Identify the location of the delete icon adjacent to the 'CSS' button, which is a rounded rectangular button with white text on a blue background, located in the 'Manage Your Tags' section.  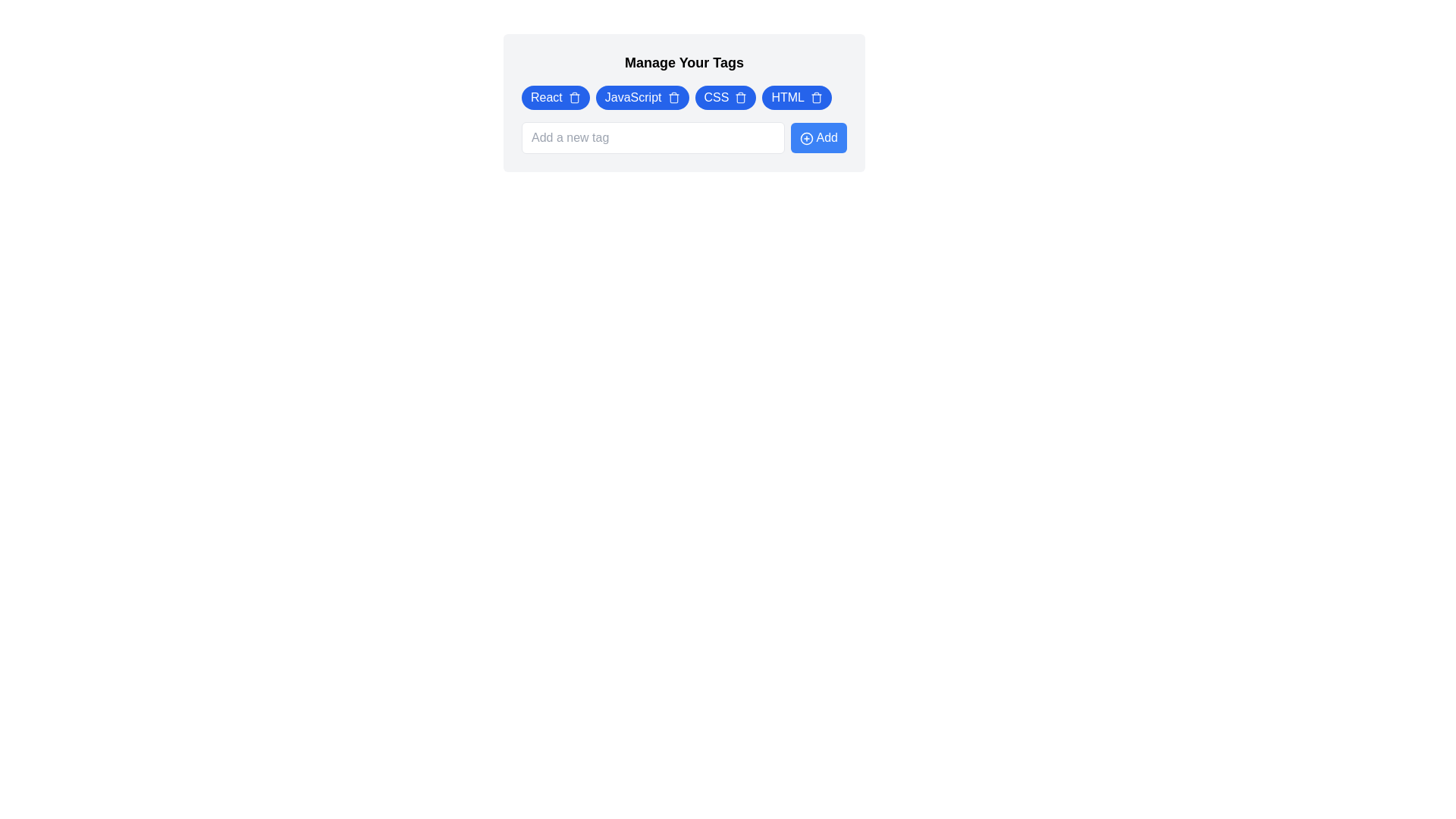
(724, 97).